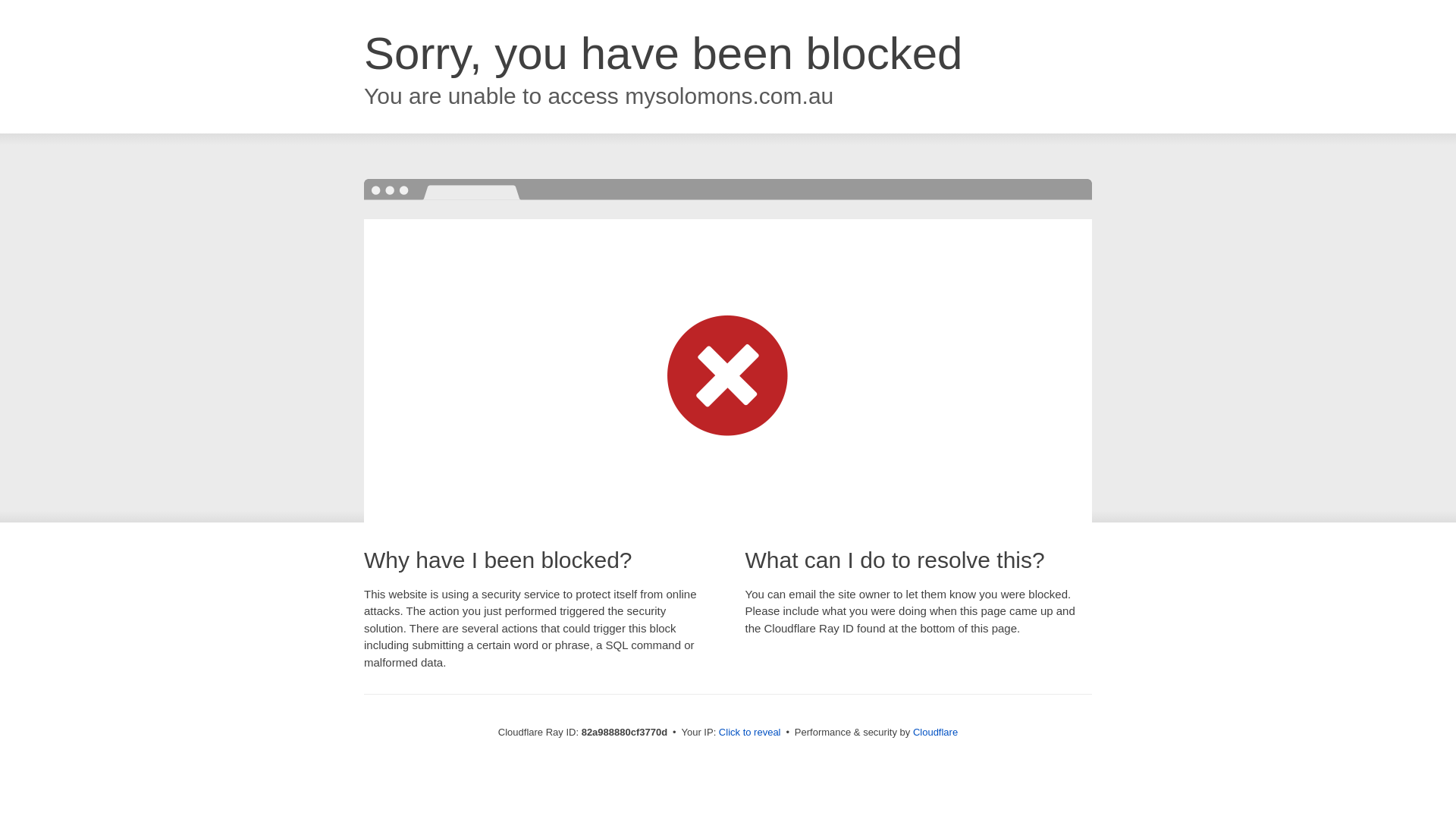 The width and height of the screenshot is (1456, 819). What do you see at coordinates (749, 731) in the screenshot?
I see `'Click to reveal'` at bounding box center [749, 731].